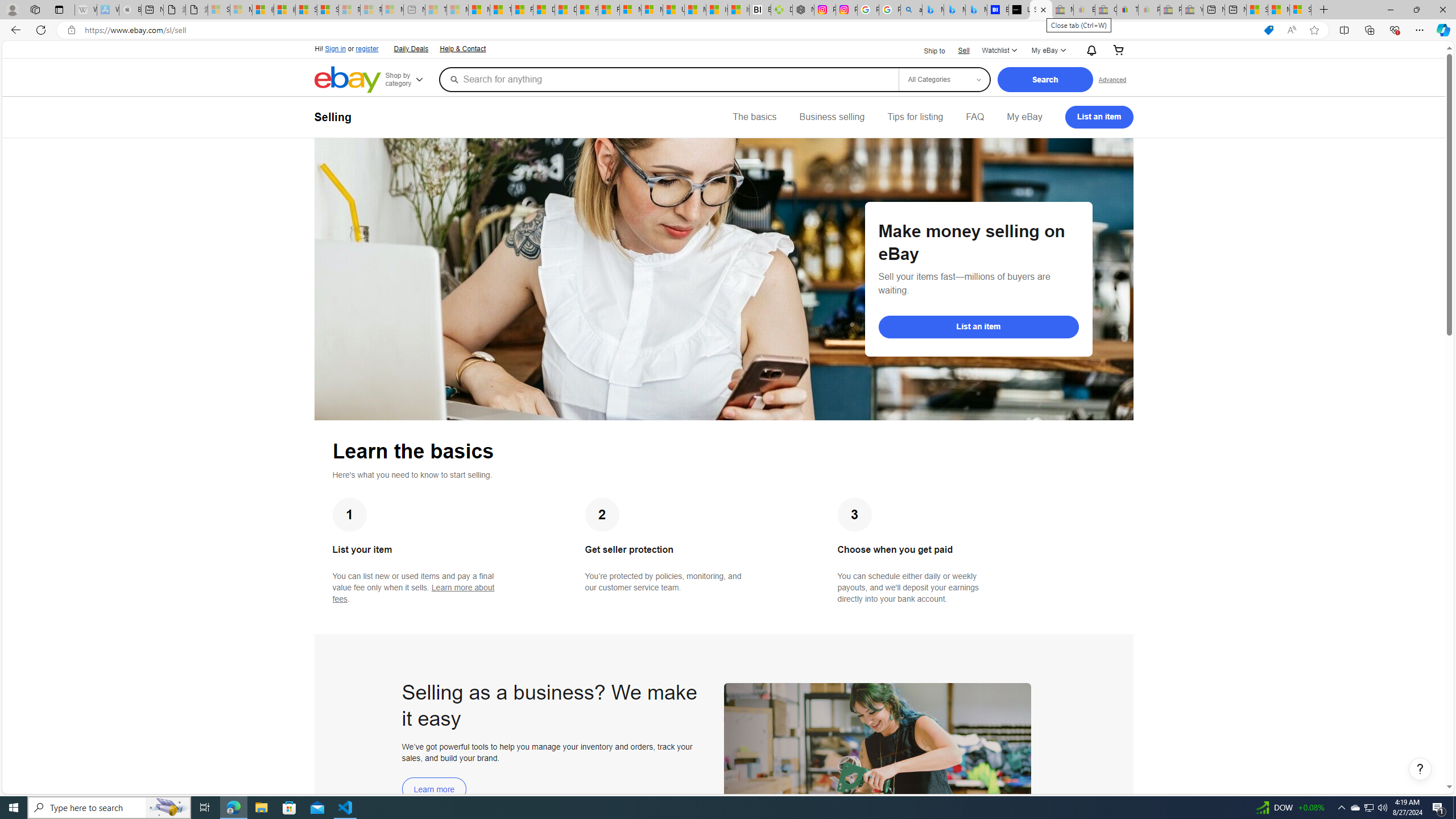 This screenshot has height=819, width=1456. I want to click on 'Help & Contact', so click(463, 49).